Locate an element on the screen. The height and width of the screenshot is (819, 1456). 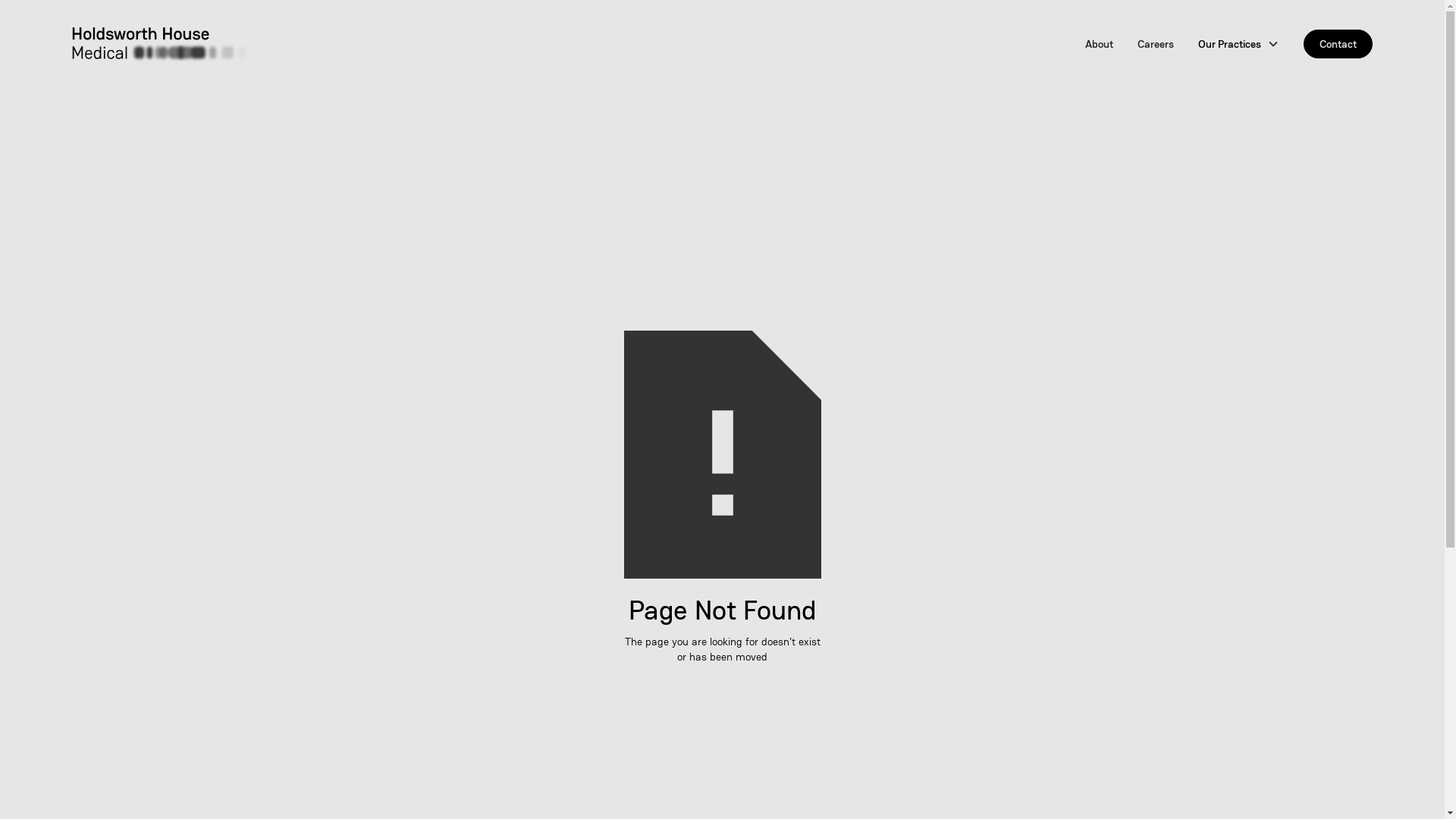
'About' is located at coordinates (1099, 42).